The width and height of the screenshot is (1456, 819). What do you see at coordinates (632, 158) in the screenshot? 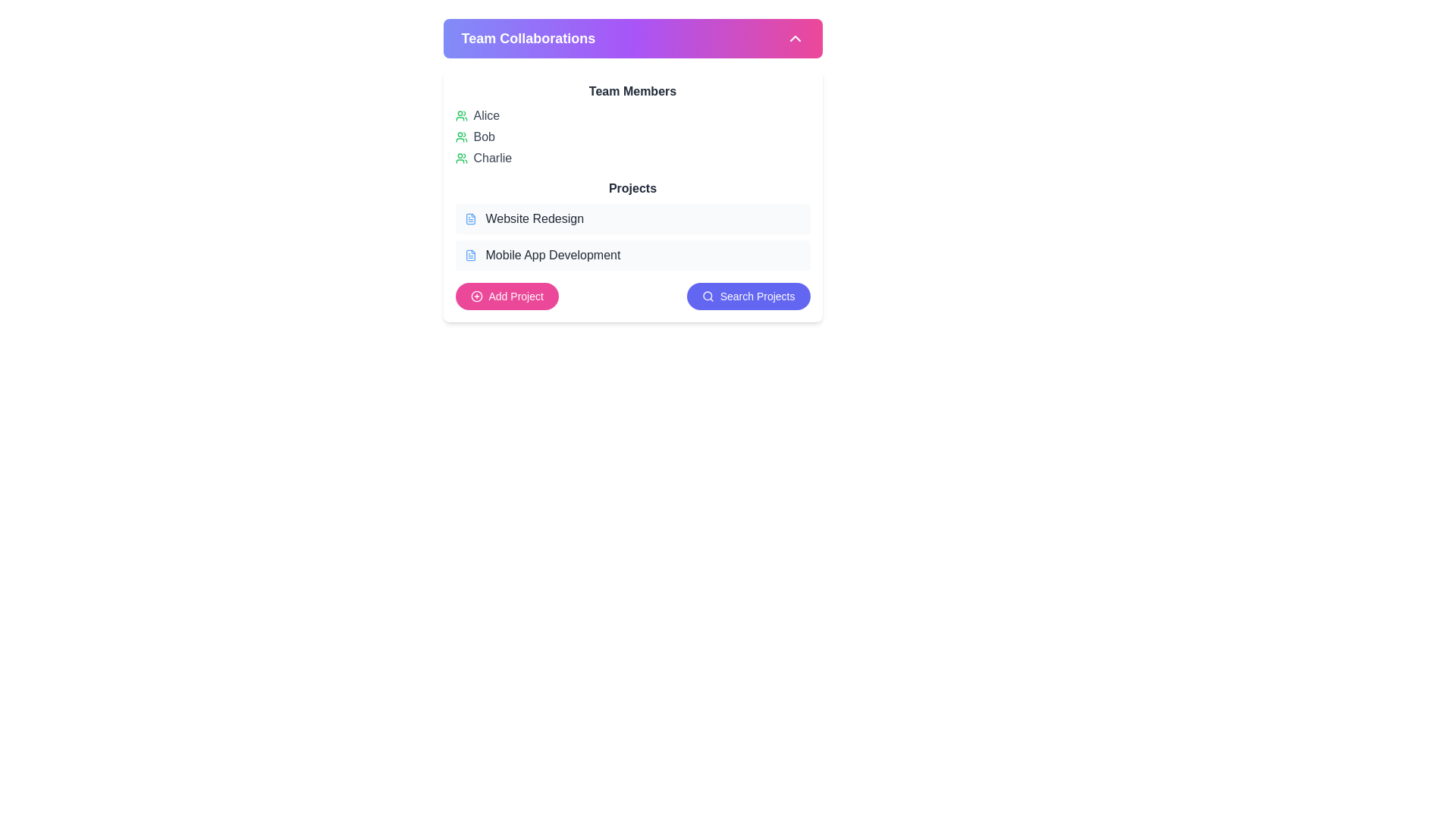
I see `the list item representing the team member 'Charlie', which is the third item under the 'Team Members' section` at bounding box center [632, 158].